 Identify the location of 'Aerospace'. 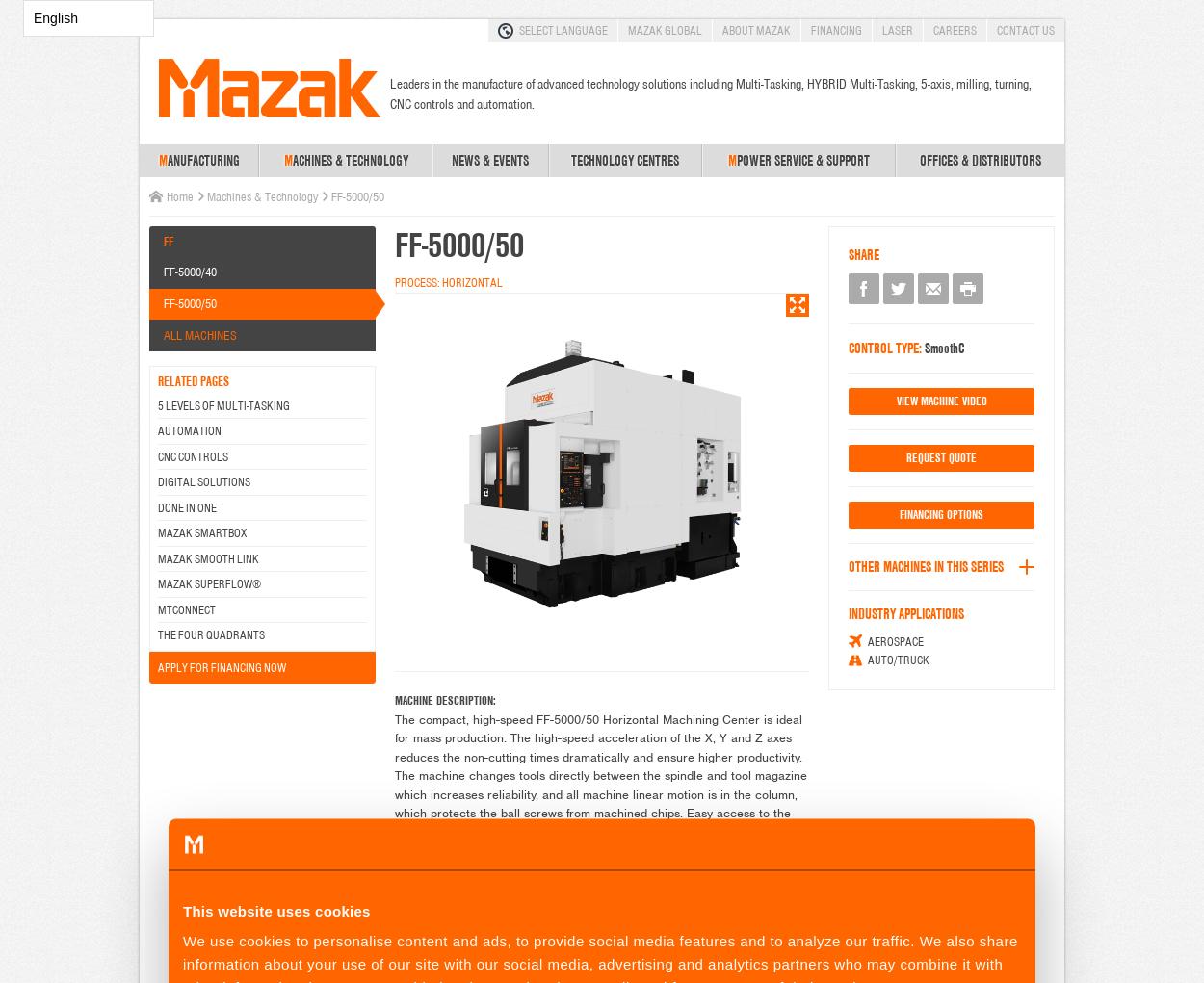
(896, 639).